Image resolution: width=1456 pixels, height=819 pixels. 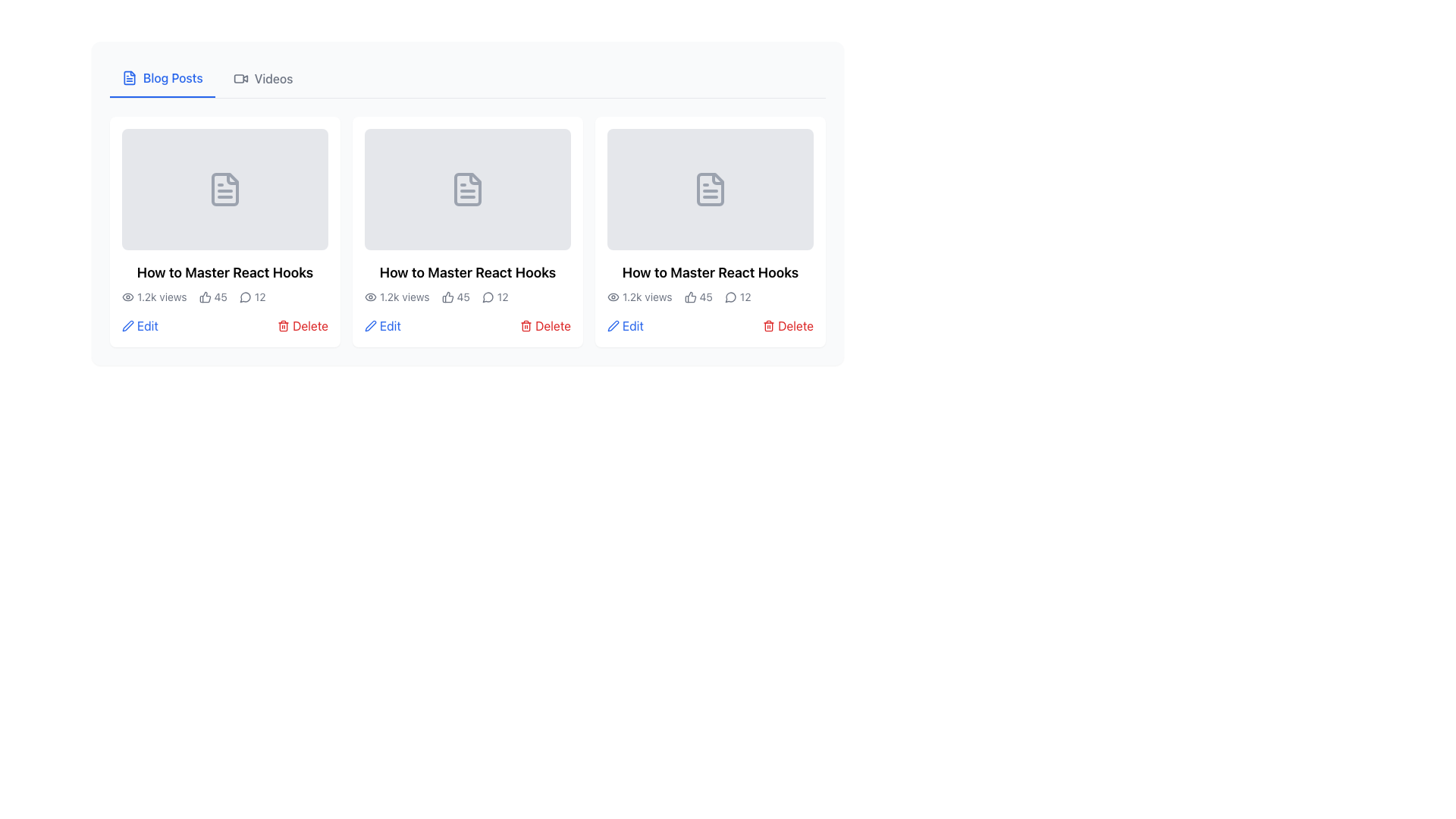 I want to click on the thumbs-up icon located in the lower section of a card interface, so click(x=689, y=297).